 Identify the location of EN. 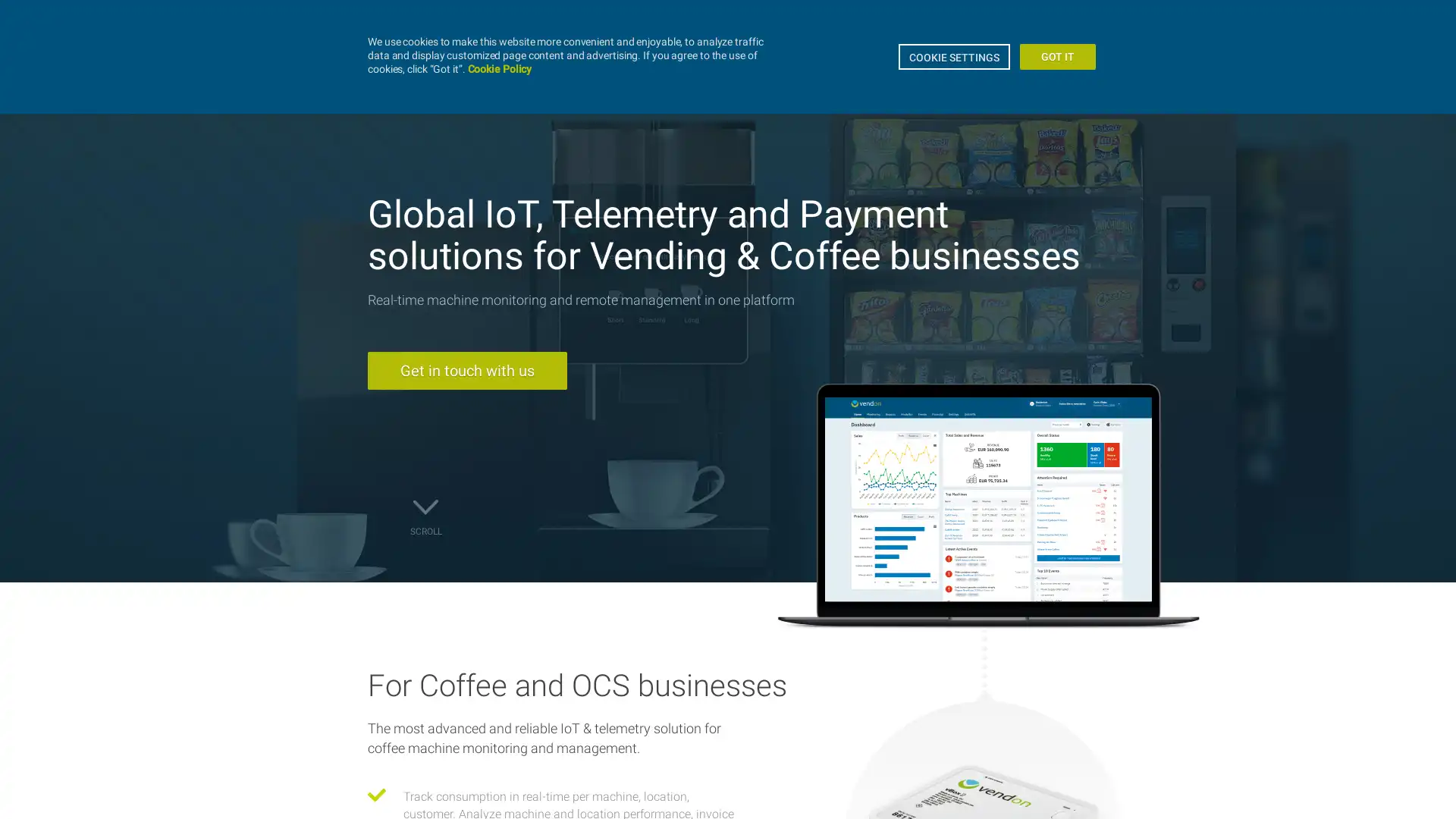
(1074, 30).